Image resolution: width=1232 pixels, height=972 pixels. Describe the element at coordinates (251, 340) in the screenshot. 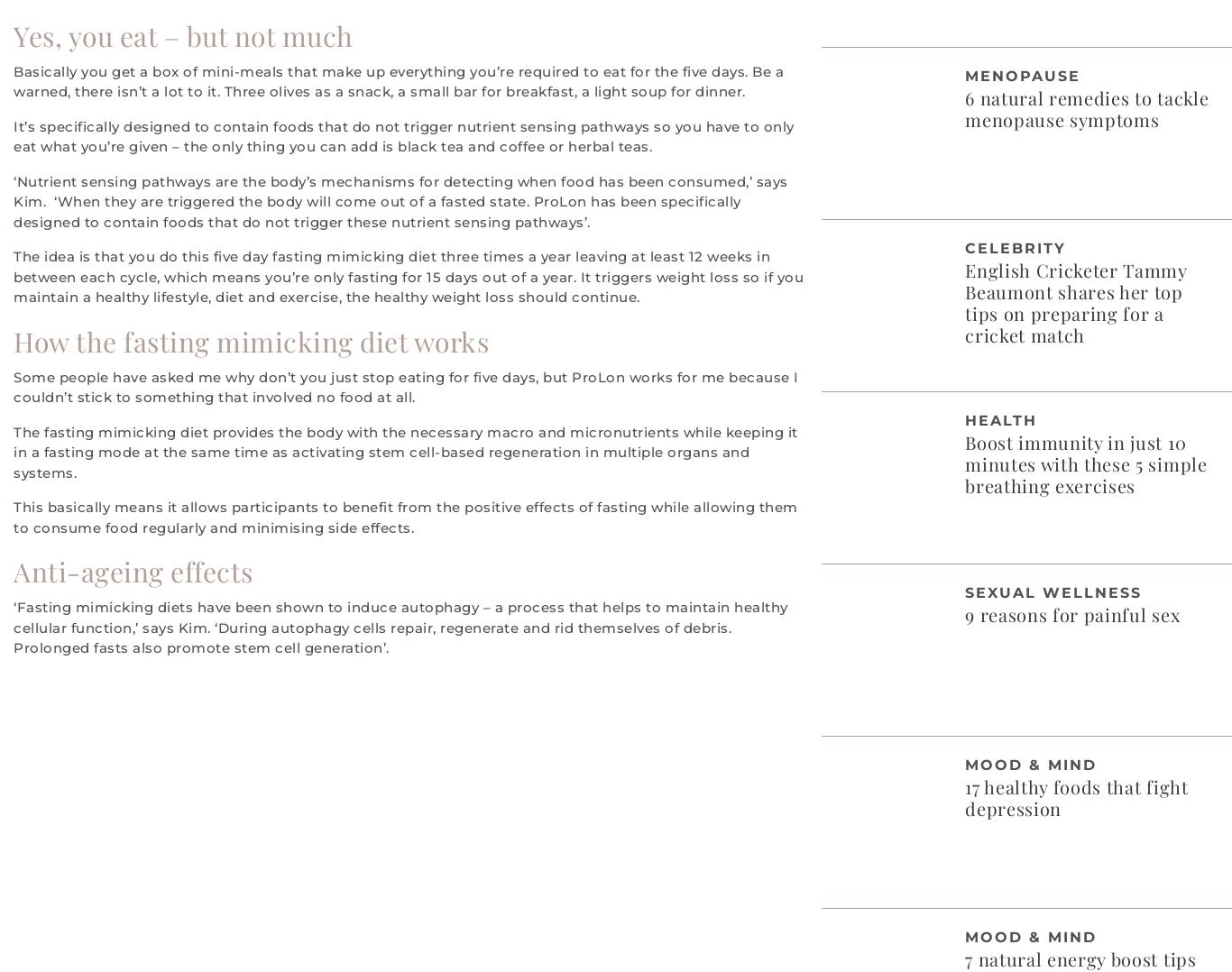

I see `'How the fasting mimicking diet works'` at that location.